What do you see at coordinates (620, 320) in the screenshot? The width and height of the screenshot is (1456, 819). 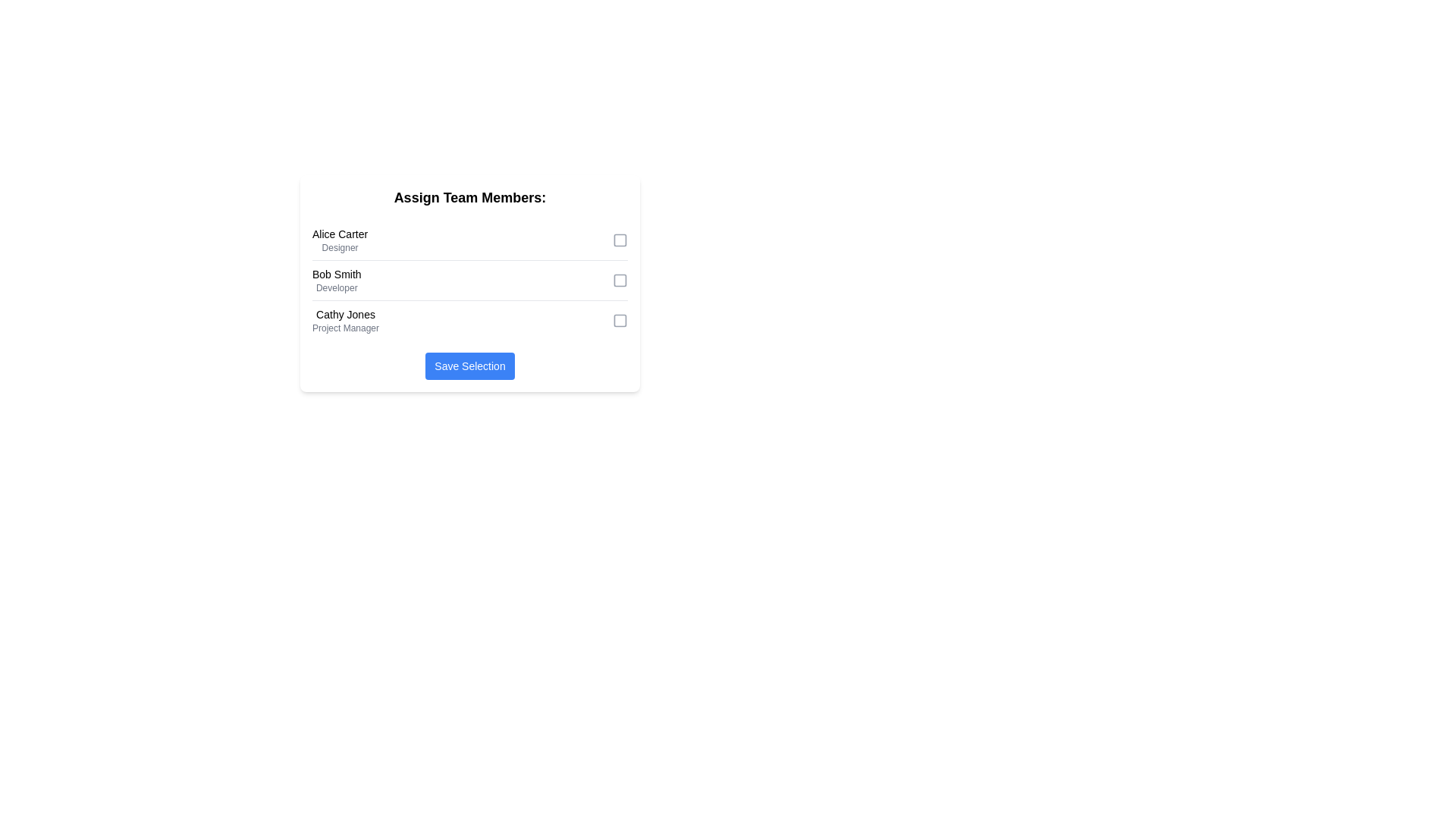 I see `the checkbox corresponding to team member 'Cathy Jones'` at bounding box center [620, 320].